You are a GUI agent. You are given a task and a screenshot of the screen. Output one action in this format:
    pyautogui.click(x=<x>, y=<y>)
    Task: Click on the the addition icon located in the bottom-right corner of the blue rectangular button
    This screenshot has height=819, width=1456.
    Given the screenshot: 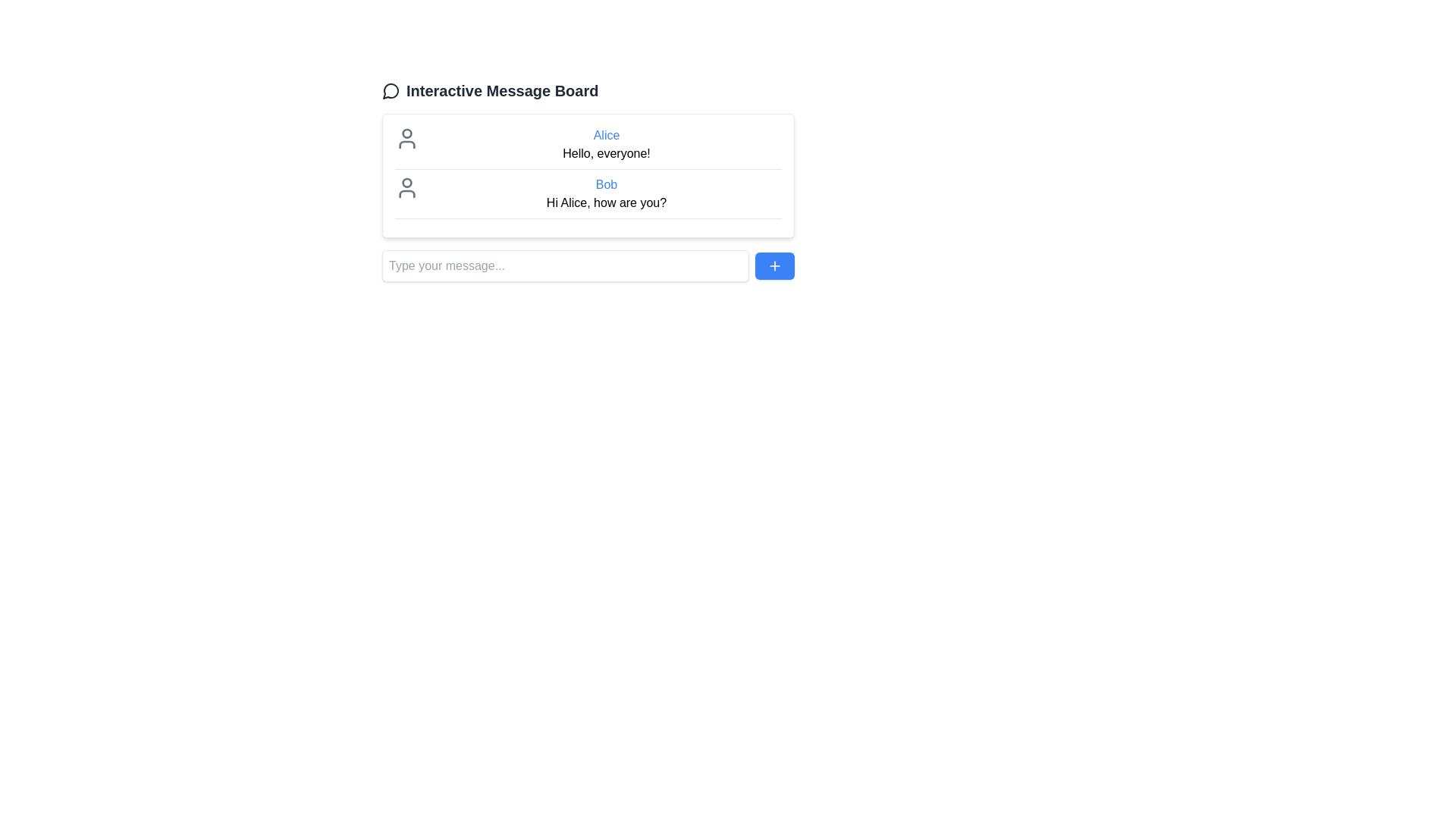 What is the action you would take?
    pyautogui.click(x=775, y=265)
    